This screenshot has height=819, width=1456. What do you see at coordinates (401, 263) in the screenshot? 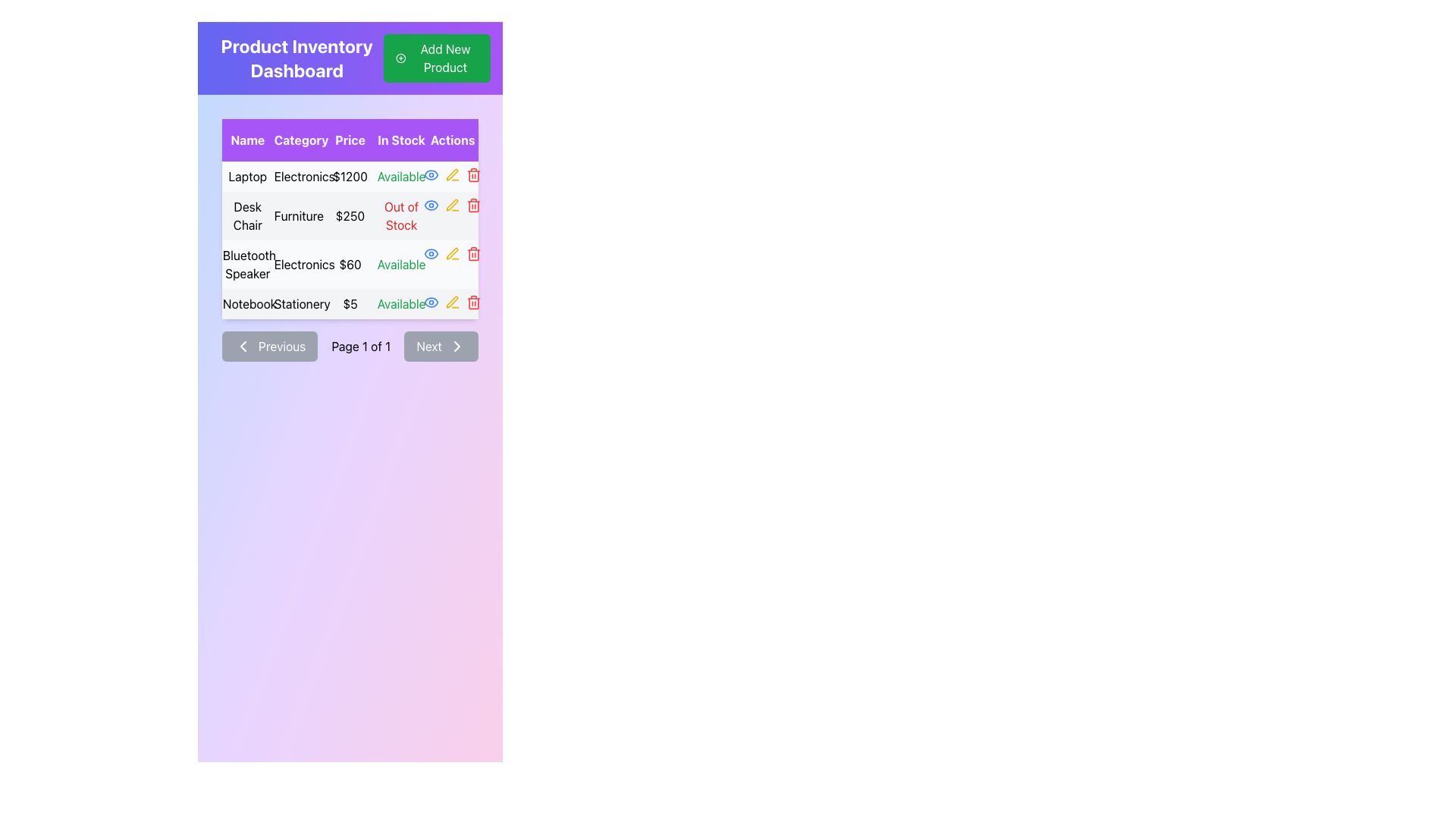
I see `the 'In Stock' text label indicating the availability status of the 'Bluetooth Speaker' in the third row of the table` at bounding box center [401, 263].